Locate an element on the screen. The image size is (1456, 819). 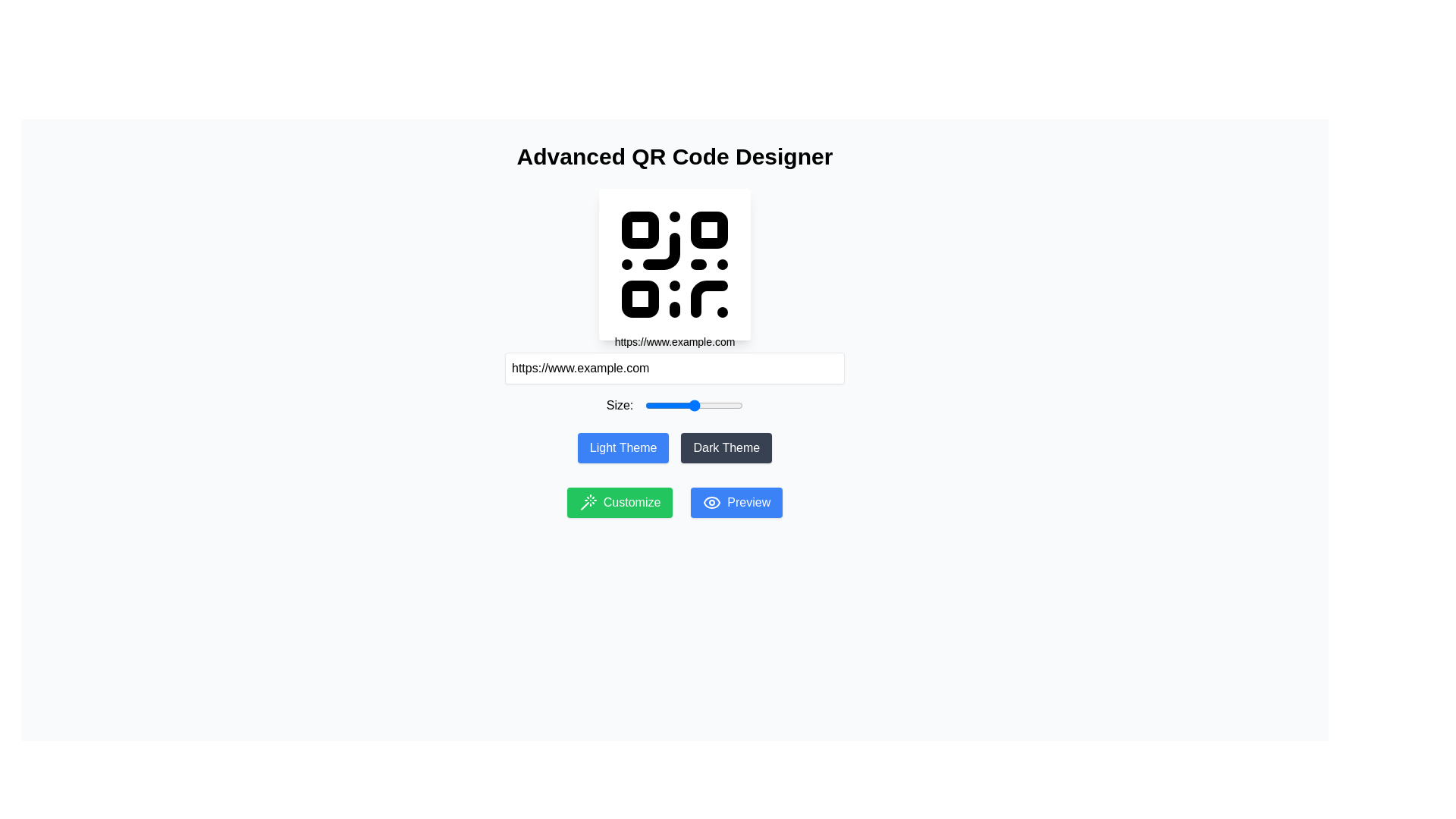
the small square located in the bottom-left corner of the QR Code graphic, which is styled with a fill color and rounded corners. This is the third square within the QR Code structure is located at coordinates (640, 299).